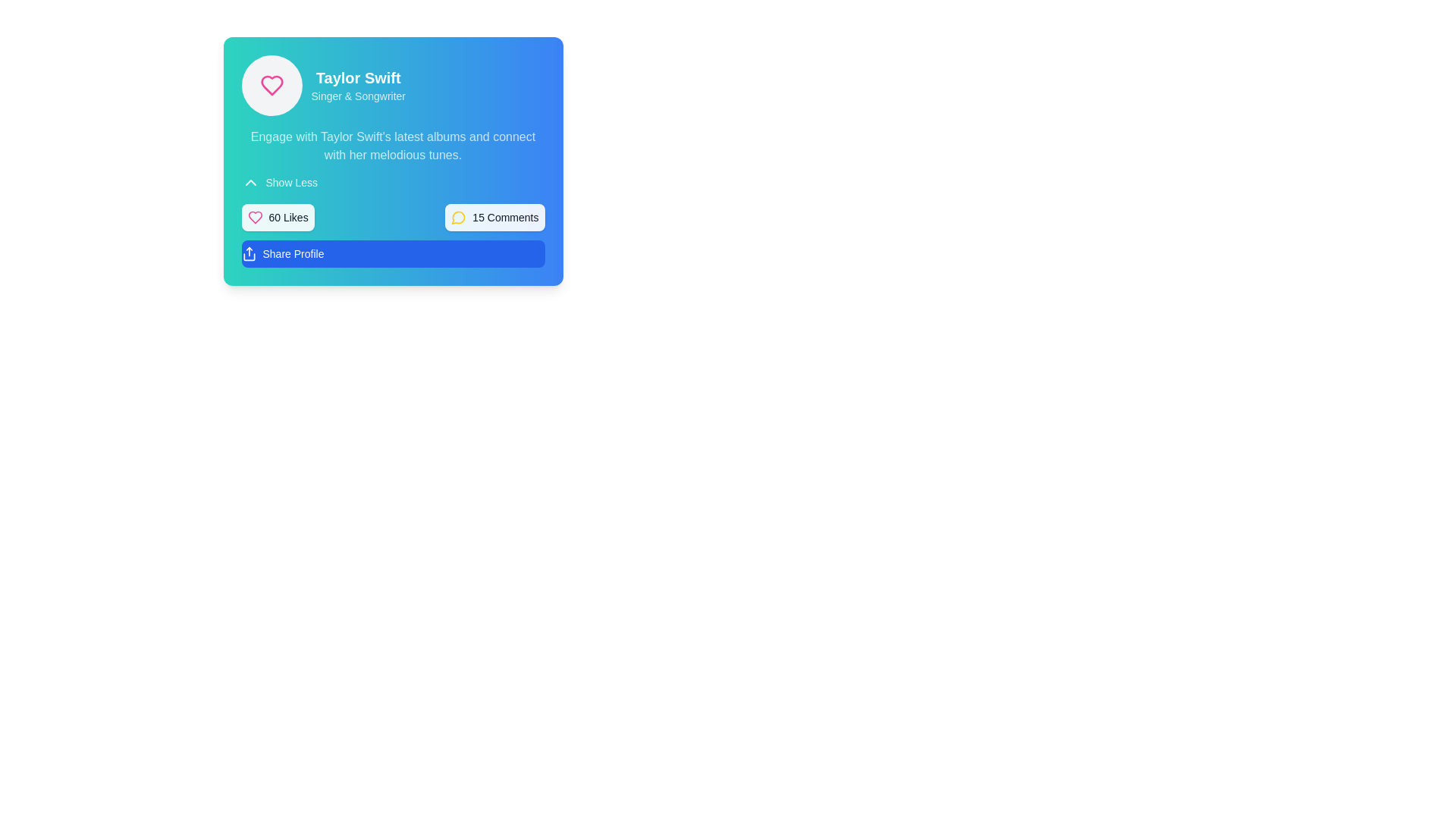  What do you see at coordinates (255, 217) in the screenshot?
I see `the heart icon with a pink outline located inside the '60 Likes' section` at bounding box center [255, 217].